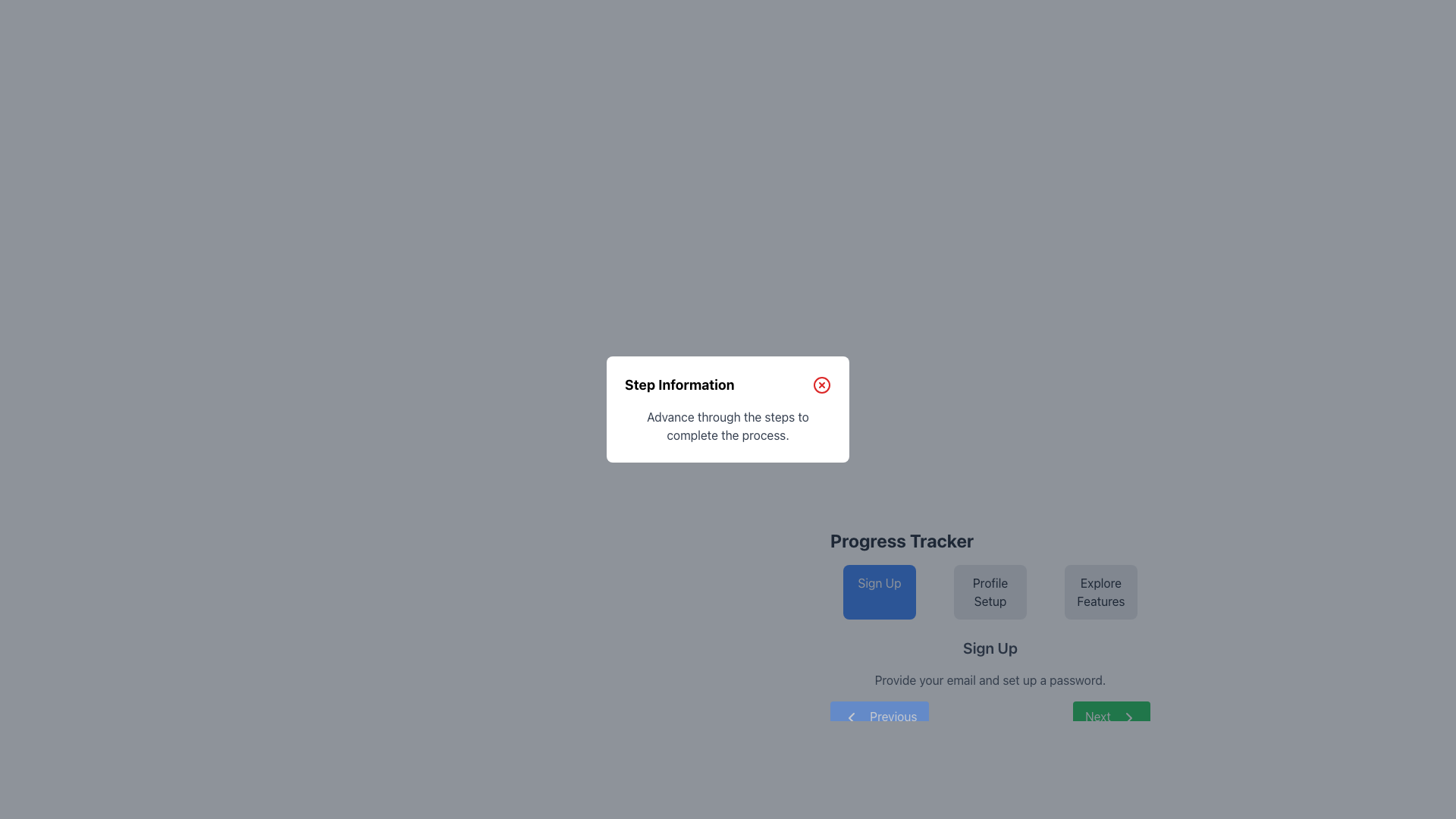  What do you see at coordinates (679, 384) in the screenshot?
I see `heading text of the dialog box located at the top-left corner, summarizing its content and purpose` at bounding box center [679, 384].